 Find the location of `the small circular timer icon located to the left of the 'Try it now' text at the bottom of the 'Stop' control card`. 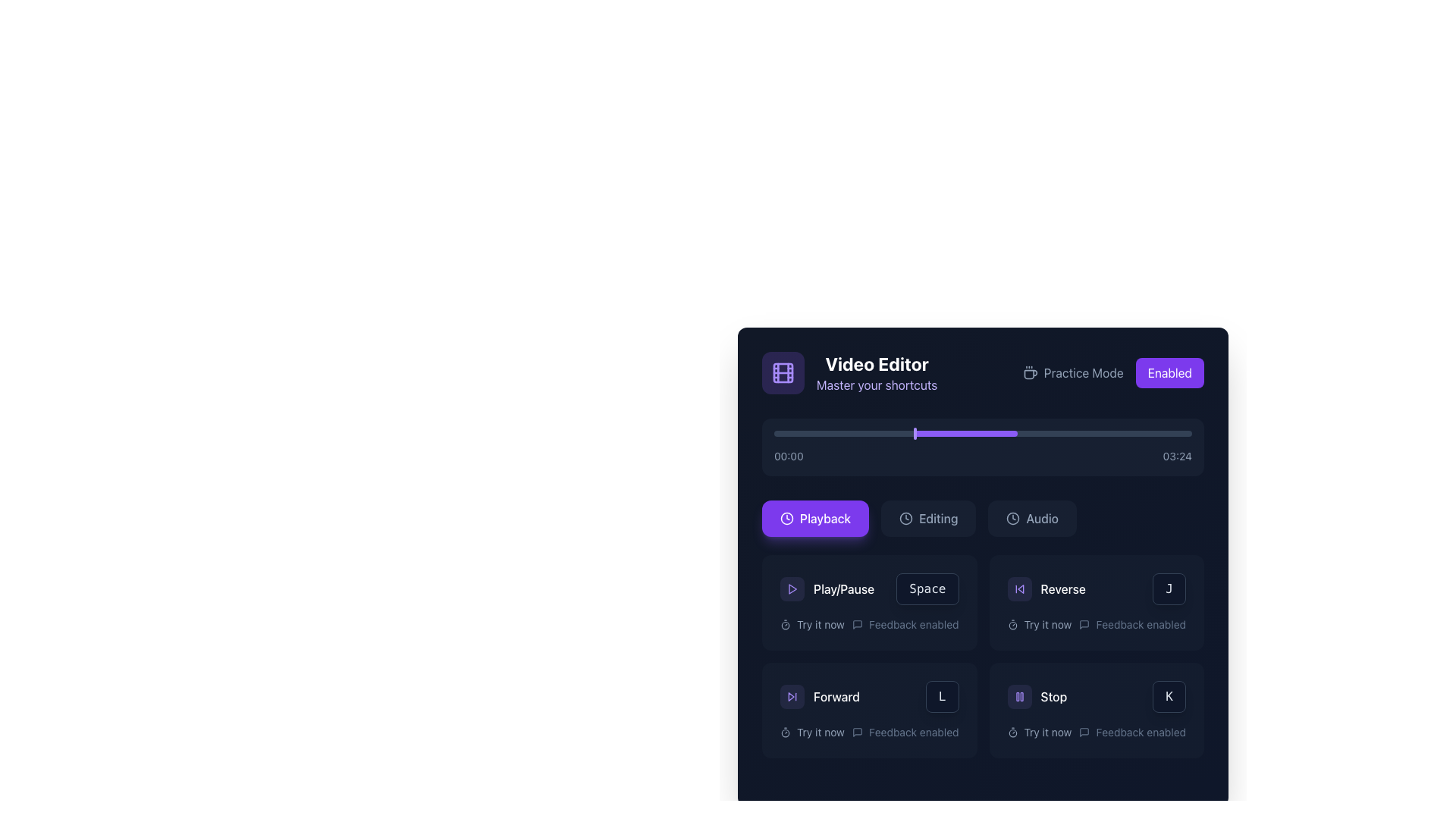

the small circular timer icon located to the left of the 'Try it now' text at the bottom of the 'Stop' control card is located at coordinates (1012, 731).